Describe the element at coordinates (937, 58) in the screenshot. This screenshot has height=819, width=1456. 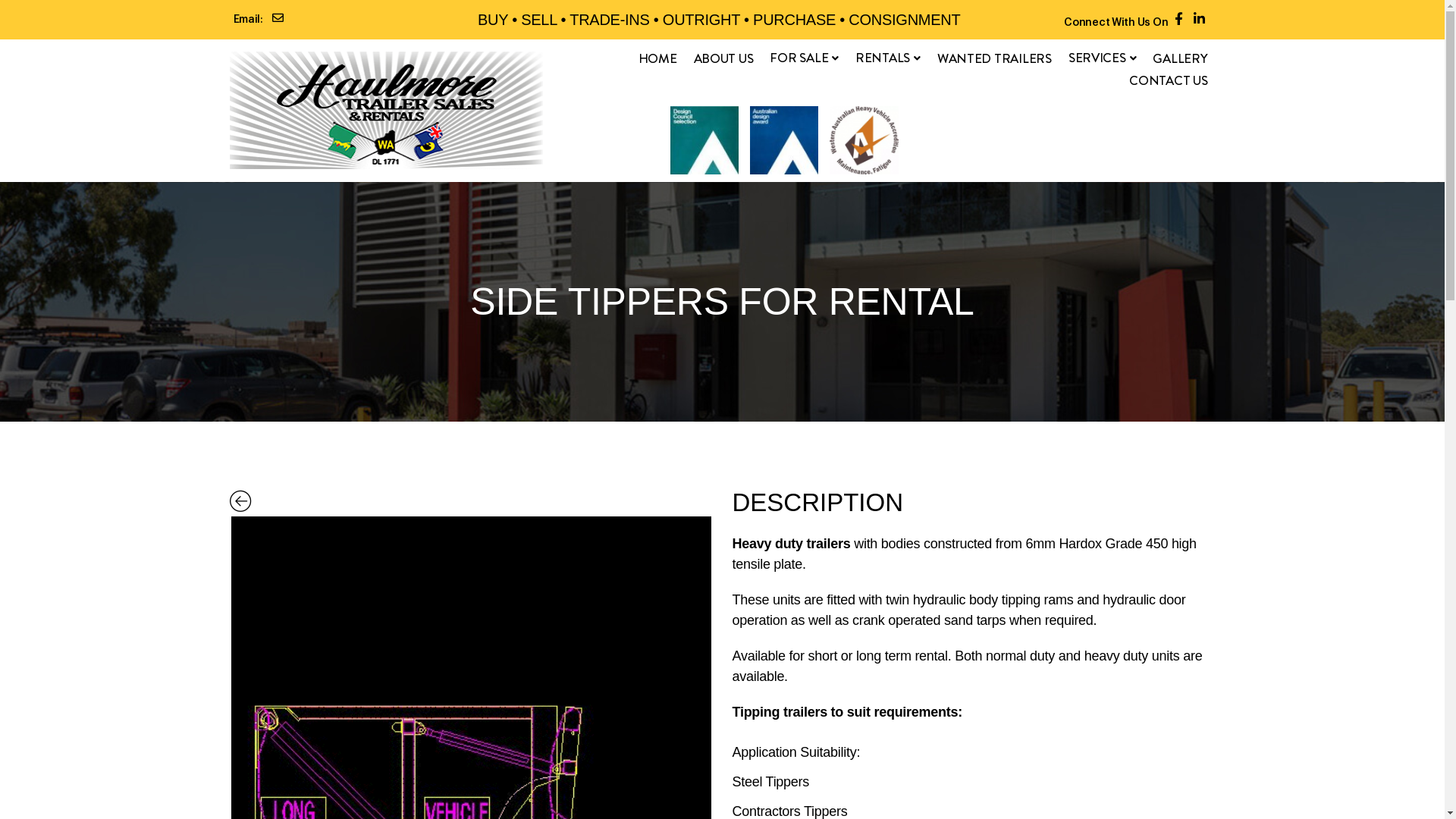
I see `'WANTED TRAILERS'` at that location.